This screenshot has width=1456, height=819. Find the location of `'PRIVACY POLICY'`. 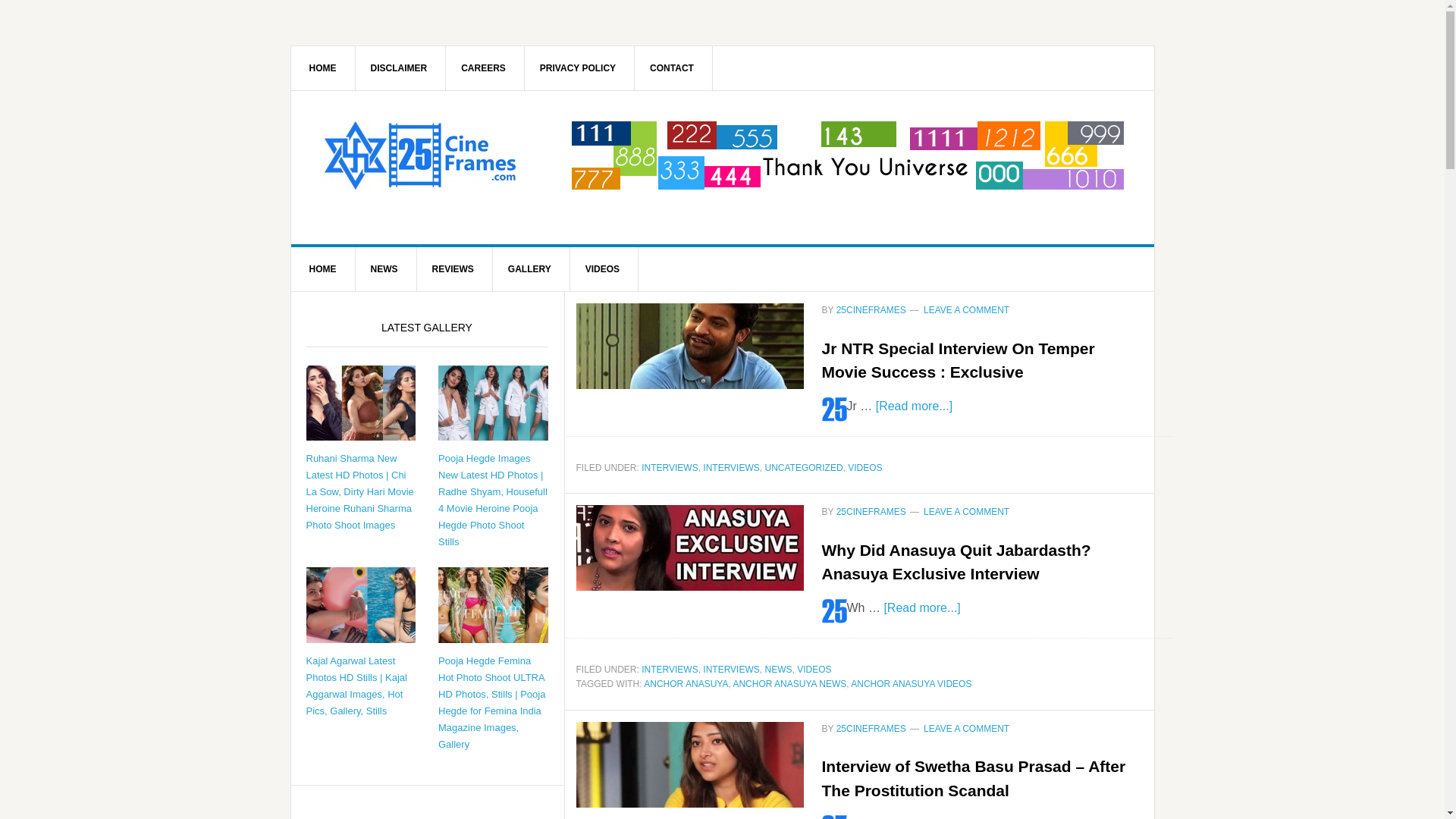

'PRIVACY POLICY' is located at coordinates (577, 67).